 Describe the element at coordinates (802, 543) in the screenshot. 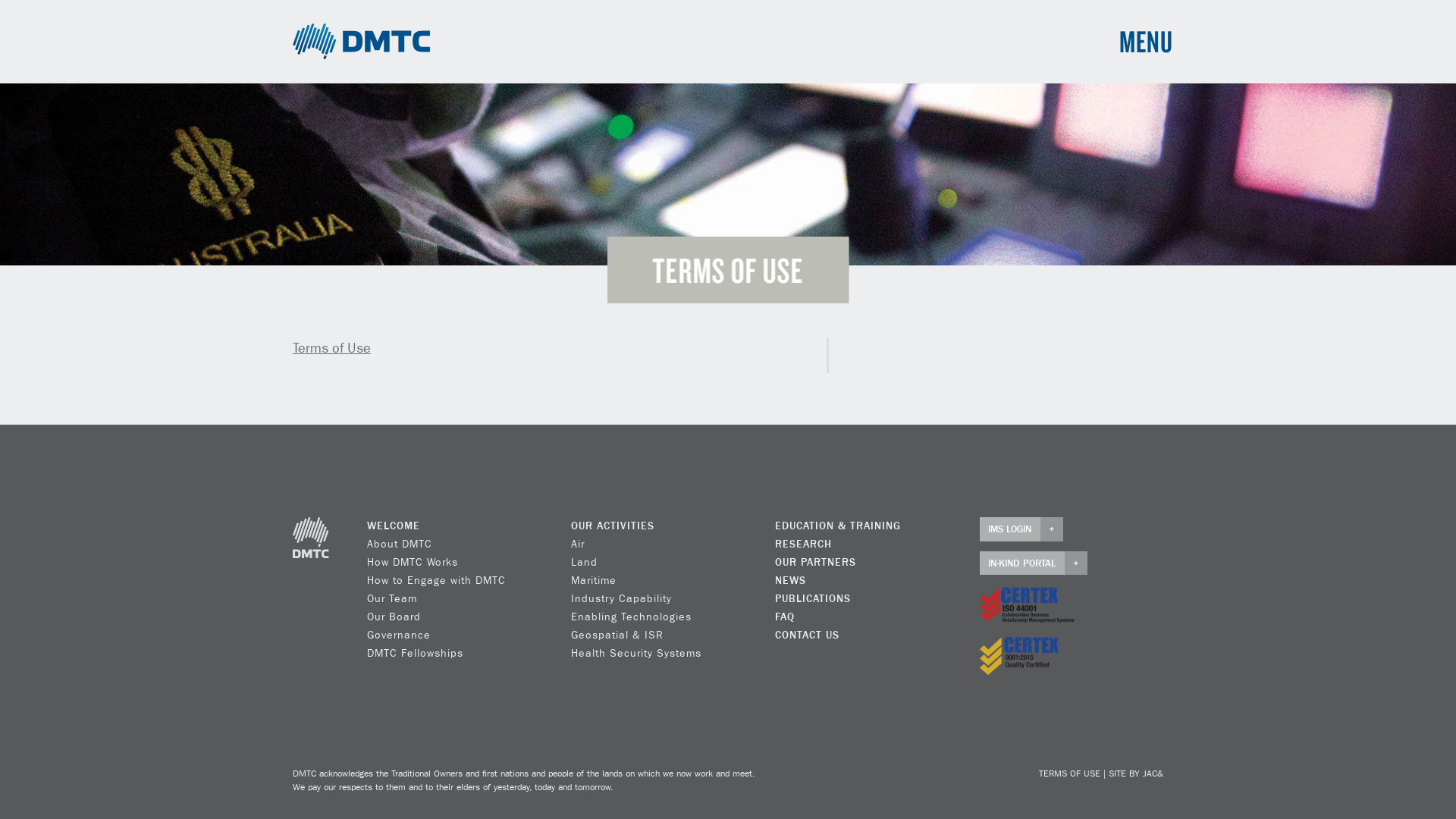

I see `'RESEARCH'` at that location.